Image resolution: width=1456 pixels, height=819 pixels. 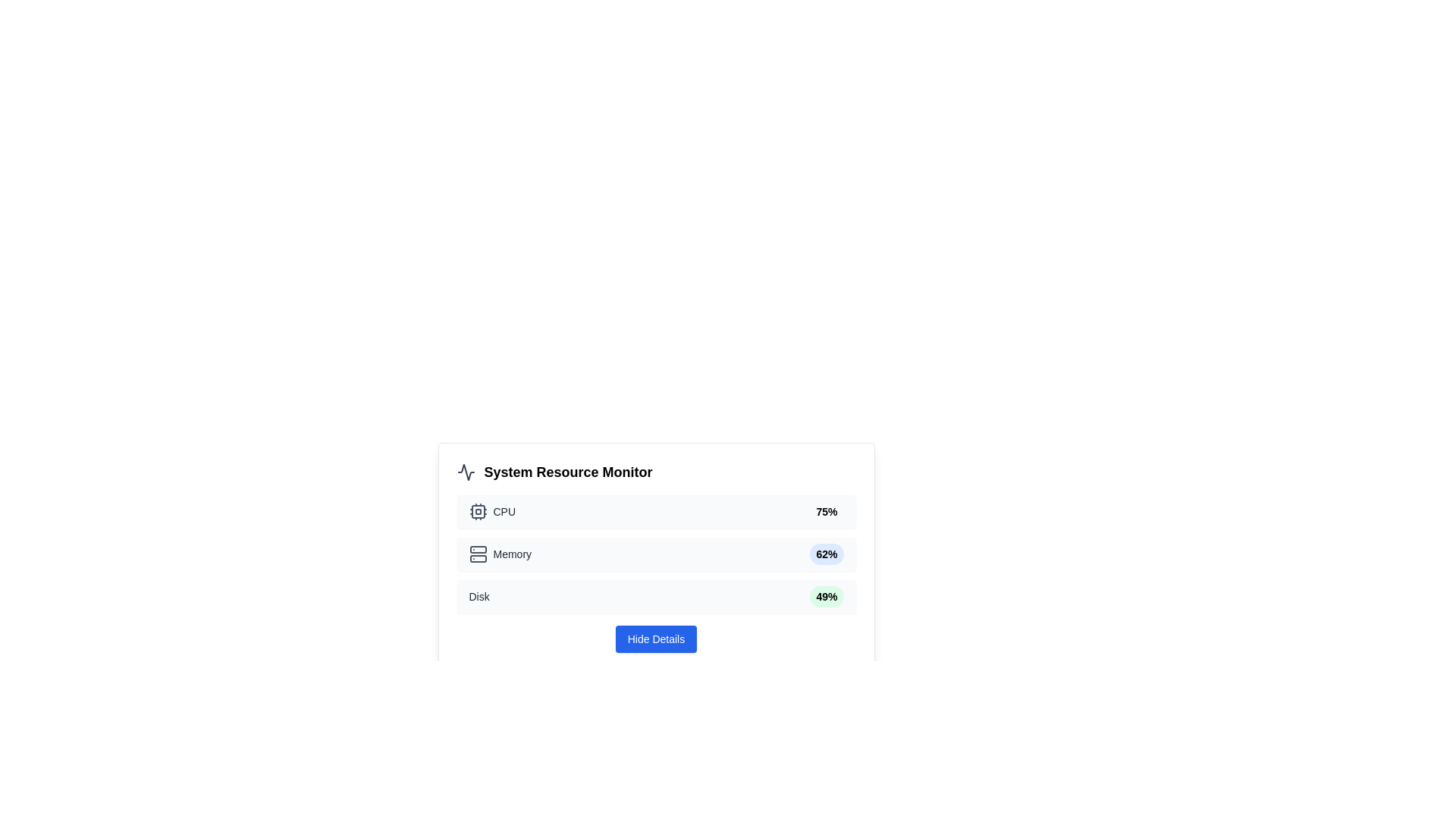 I want to click on the 'Hide Details' button with a bright blue background and white text, located at the bottom of the 'System Resource Monitor' group, so click(x=656, y=639).